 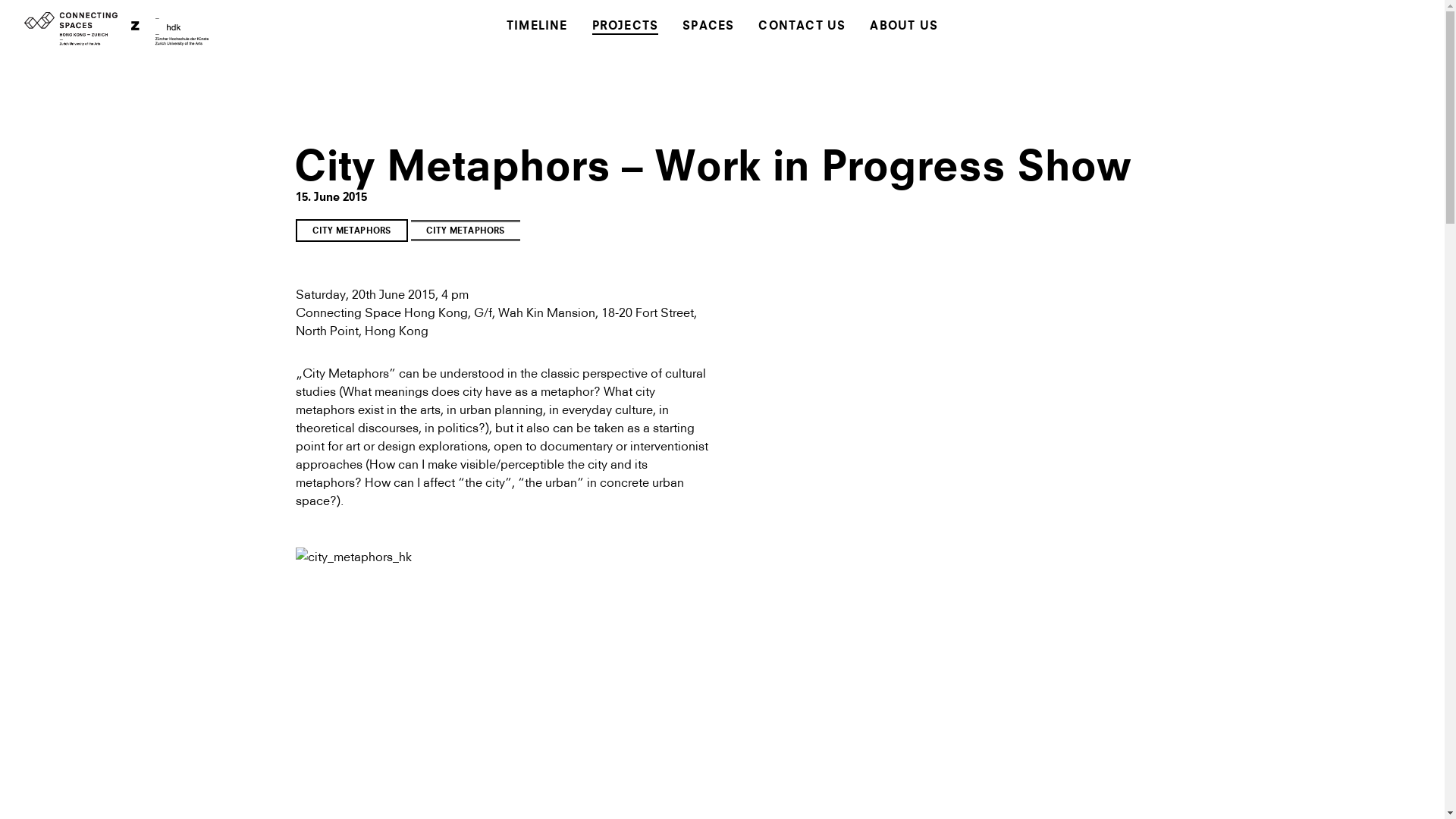 I want to click on 'PROJECTS', so click(x=626, y=27).